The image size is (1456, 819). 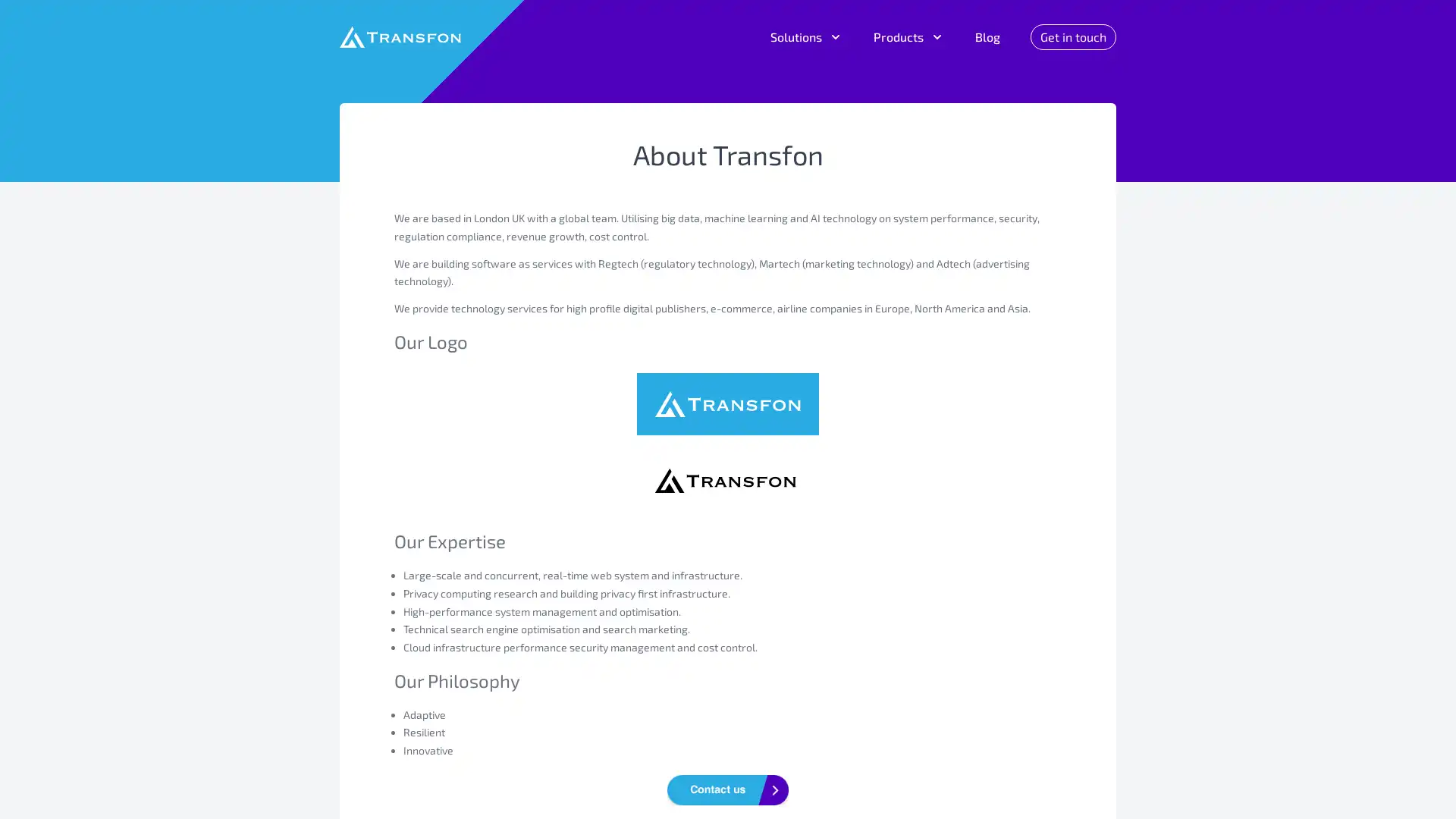 I want to click on Products, so click(x=909, y=36).